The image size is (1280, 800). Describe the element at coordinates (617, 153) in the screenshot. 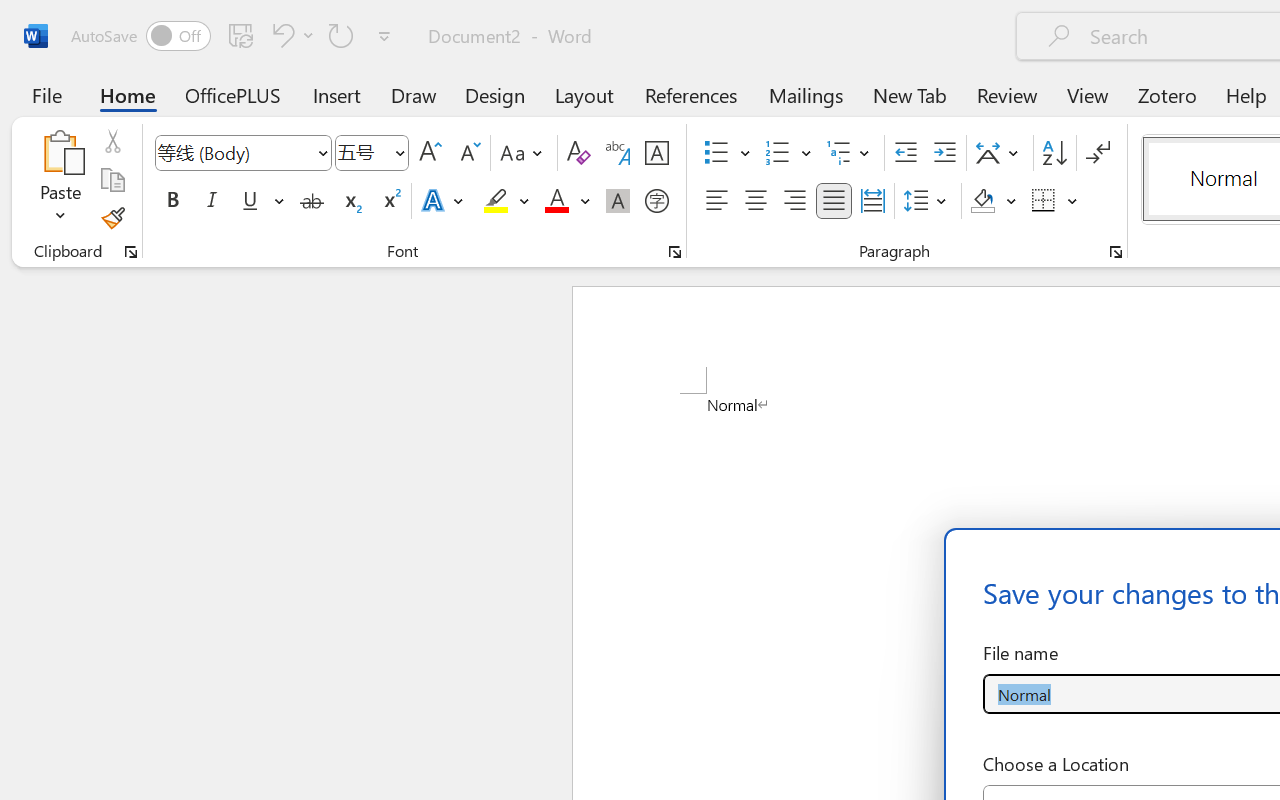

I see `'Phonetic Guide...'` at that location.